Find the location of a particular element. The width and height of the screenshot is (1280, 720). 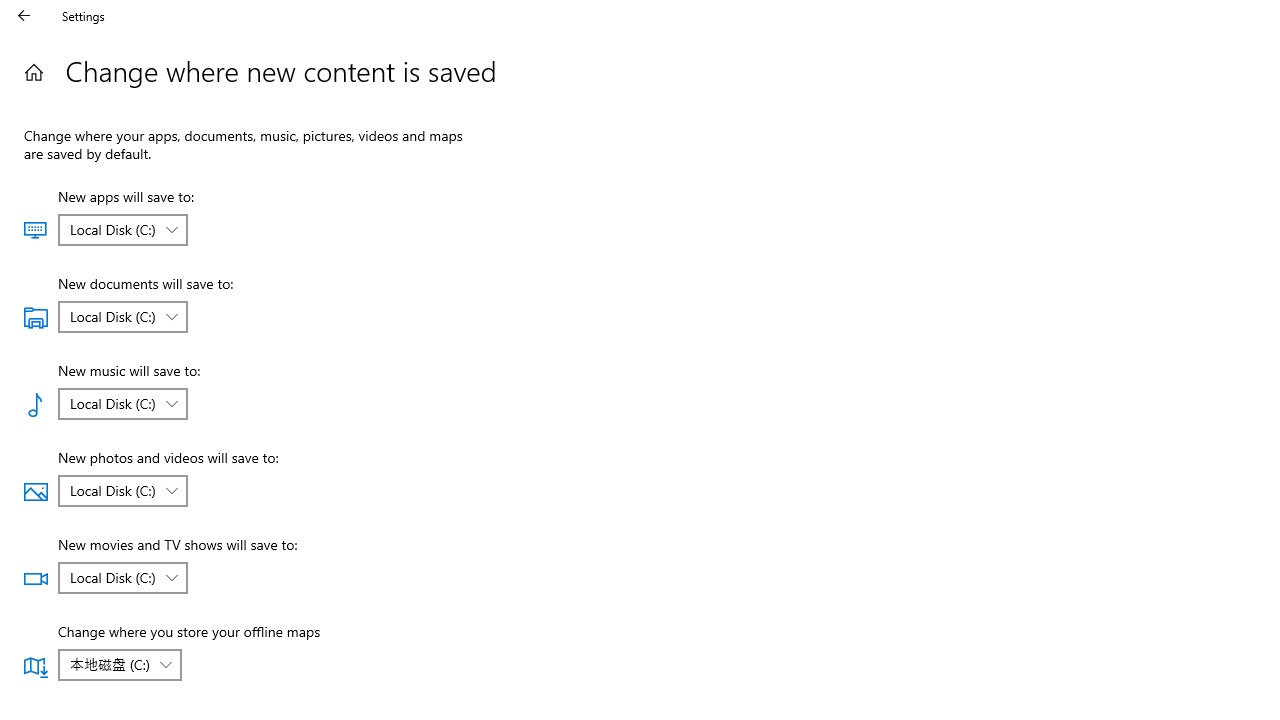

'Home' is located at coordinates (33, 71).